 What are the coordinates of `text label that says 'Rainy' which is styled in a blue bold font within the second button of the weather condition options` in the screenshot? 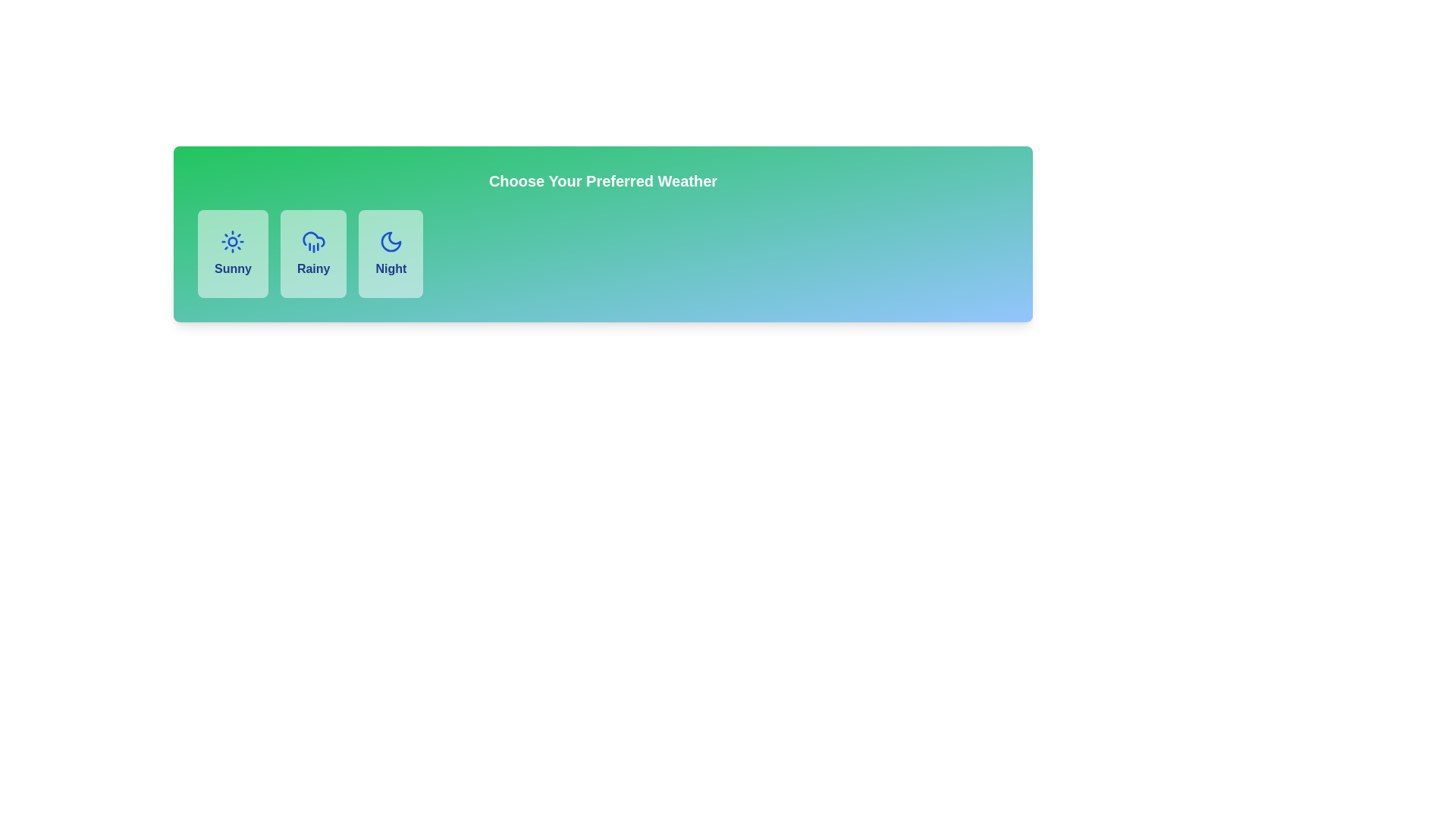 It's located at (312, 268).